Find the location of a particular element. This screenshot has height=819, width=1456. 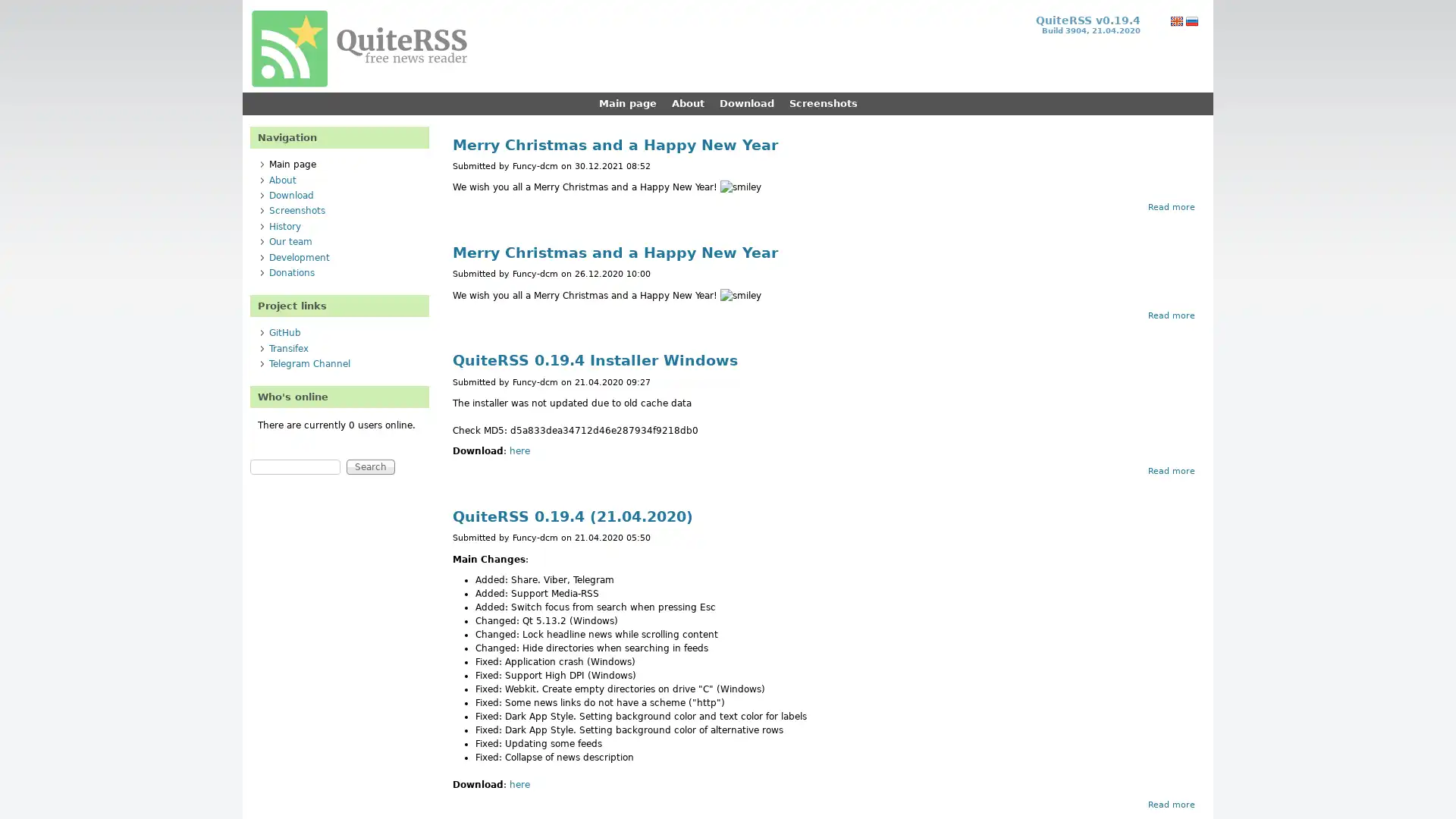

Search is located at coordinates (371, 466).